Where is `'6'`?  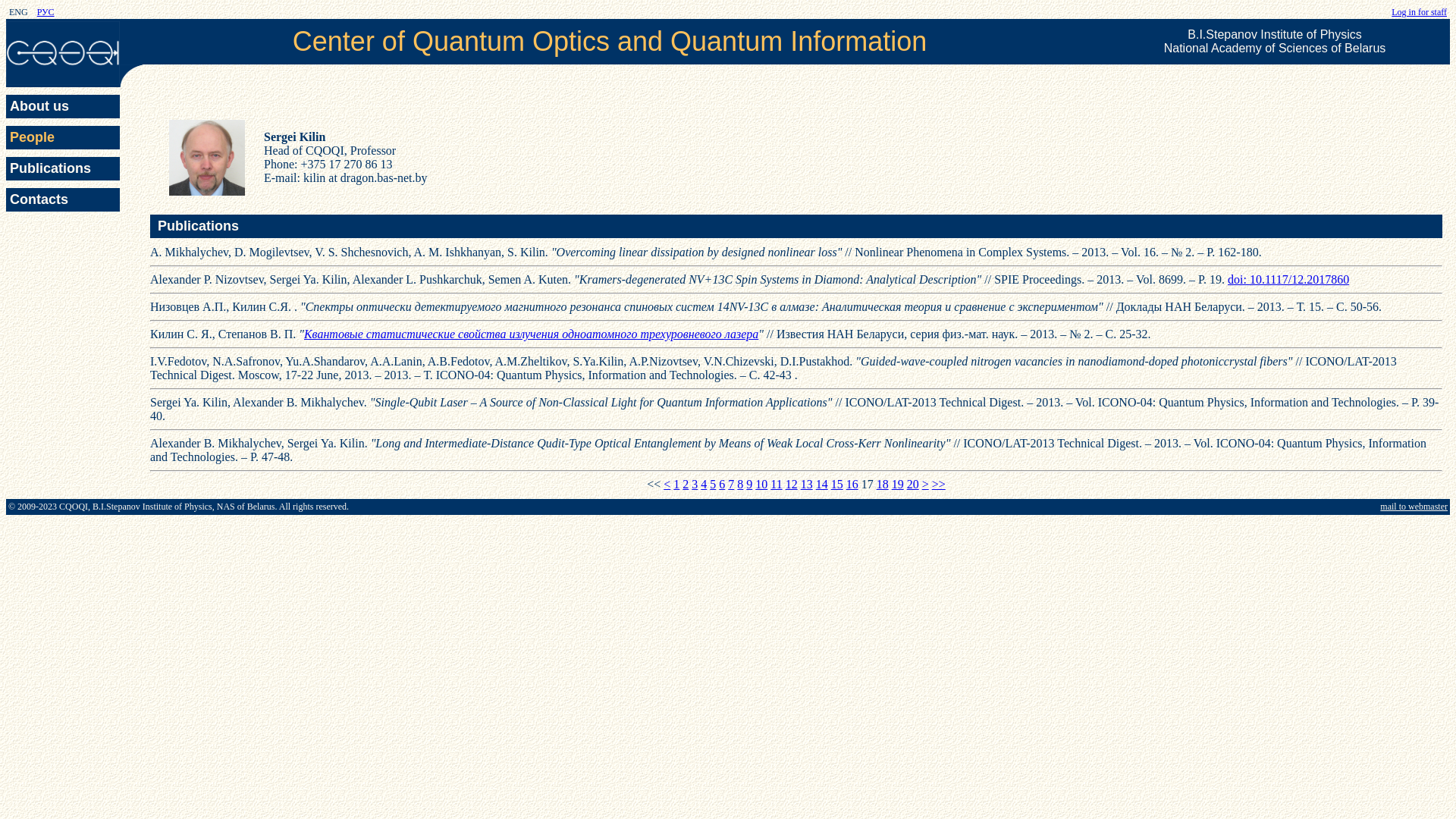
'6' is located at coordinates (720, 484).